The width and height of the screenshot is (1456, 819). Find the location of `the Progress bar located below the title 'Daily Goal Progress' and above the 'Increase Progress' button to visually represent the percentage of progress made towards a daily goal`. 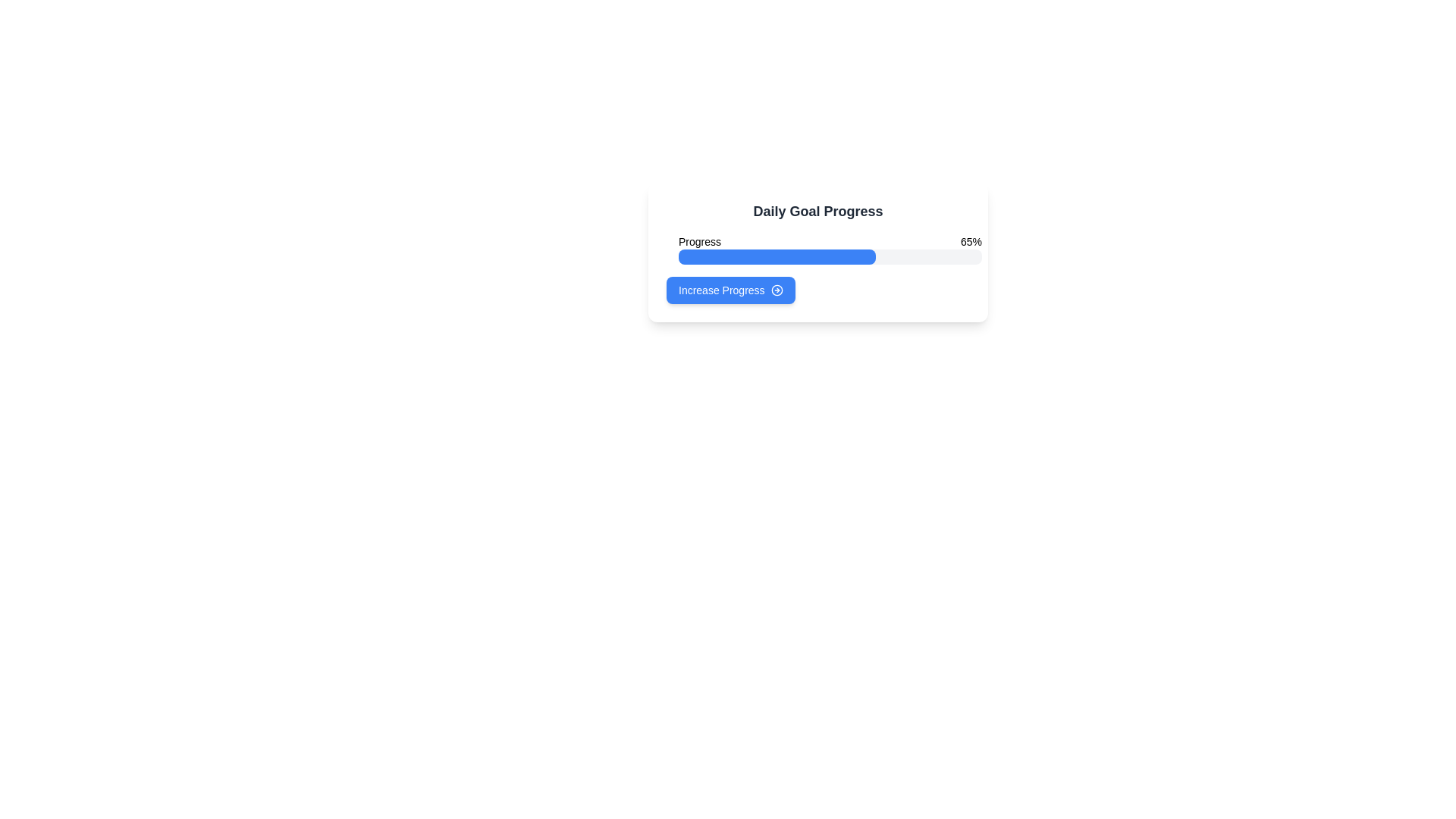

the Progress bar located below the title 'Daily Goal Progress' and above the 'Increase Progress' button to visually represent the percentage of progress made towards a daily goal is located at coordinates (817, 251).